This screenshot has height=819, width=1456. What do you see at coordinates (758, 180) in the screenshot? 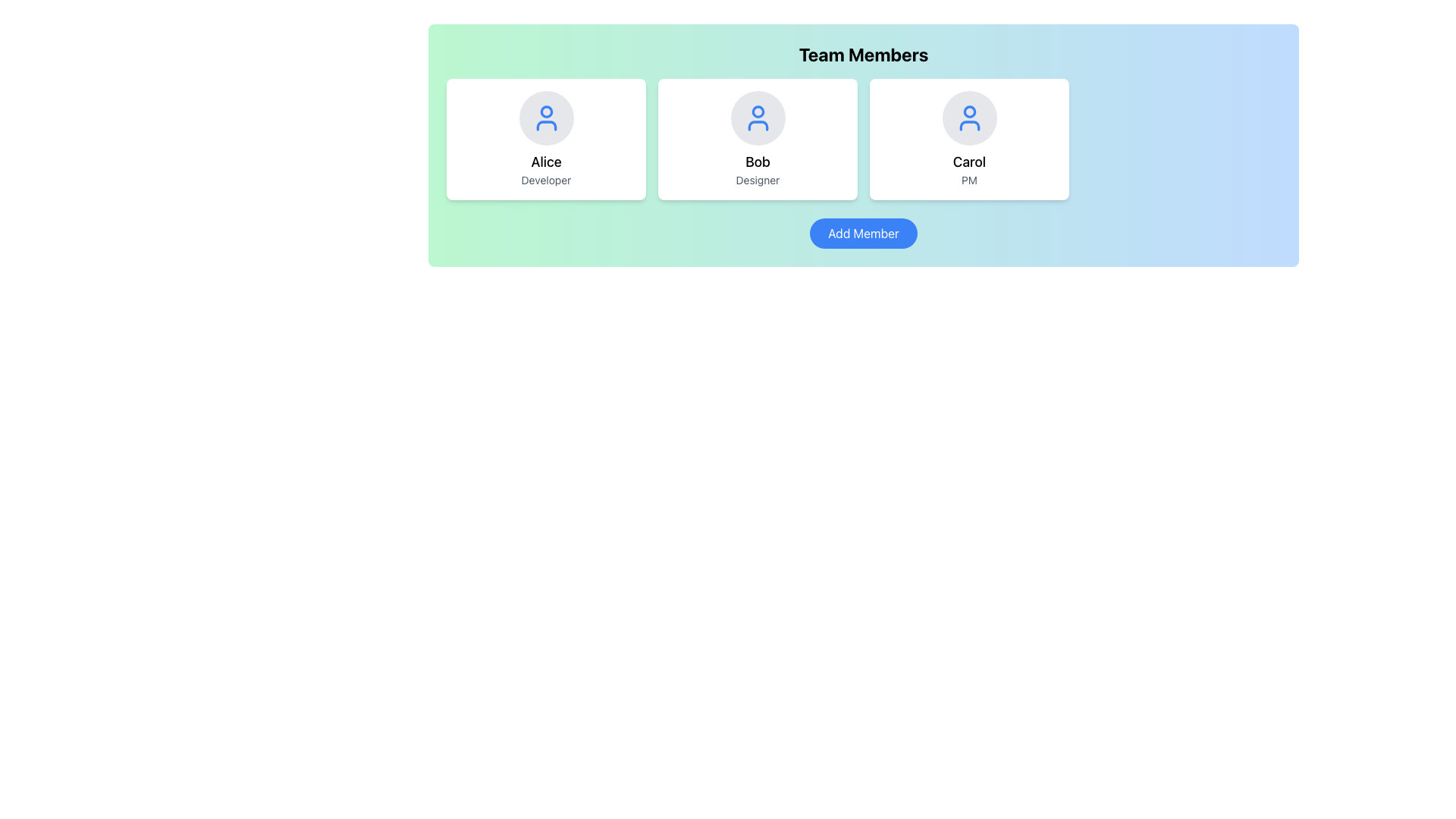
I see `the text label that reads 'Designer', which is styled in a small gray font and positioned below the name 'Bob' within the user details card` at bounding box center [758, 180].